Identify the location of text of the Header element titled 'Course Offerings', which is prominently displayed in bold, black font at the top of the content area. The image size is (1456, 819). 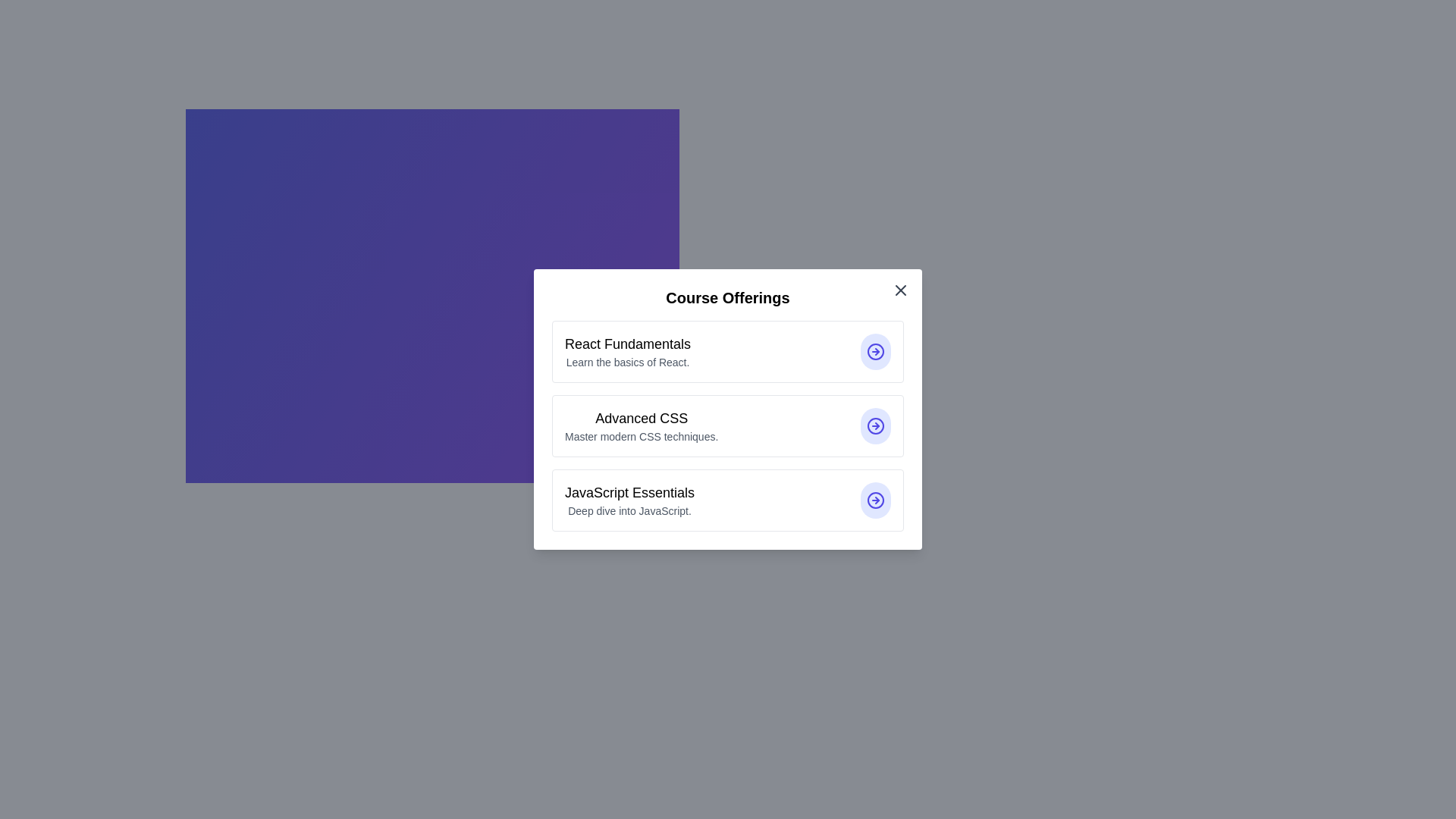
(728, 298).